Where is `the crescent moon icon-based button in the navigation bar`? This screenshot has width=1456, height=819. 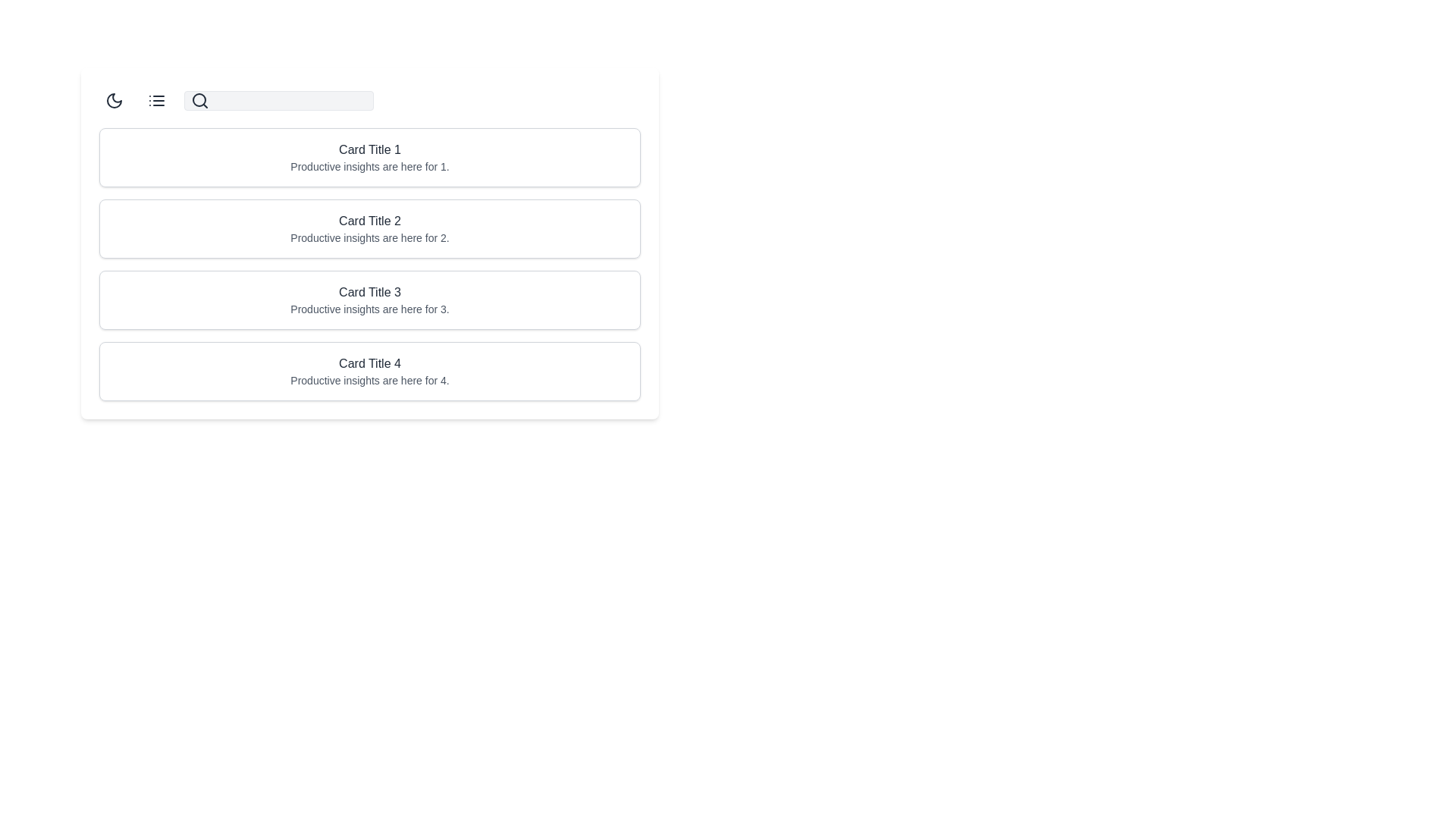
the crescent moon icon-based button in the navigation bar is located at coordinates (113, 100).